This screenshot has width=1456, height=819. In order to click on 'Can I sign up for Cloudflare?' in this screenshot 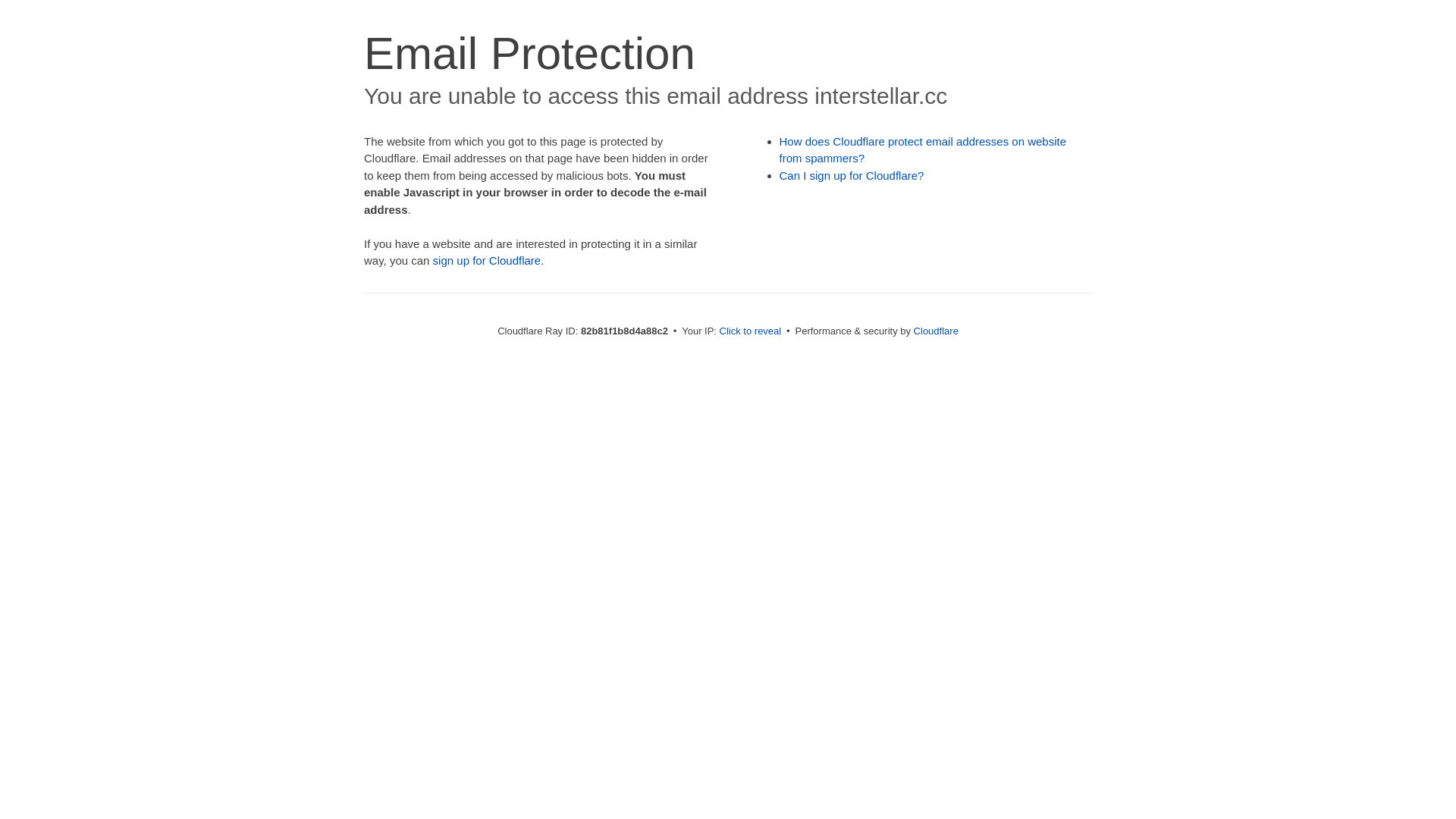, I will do `click(852, 174)`.